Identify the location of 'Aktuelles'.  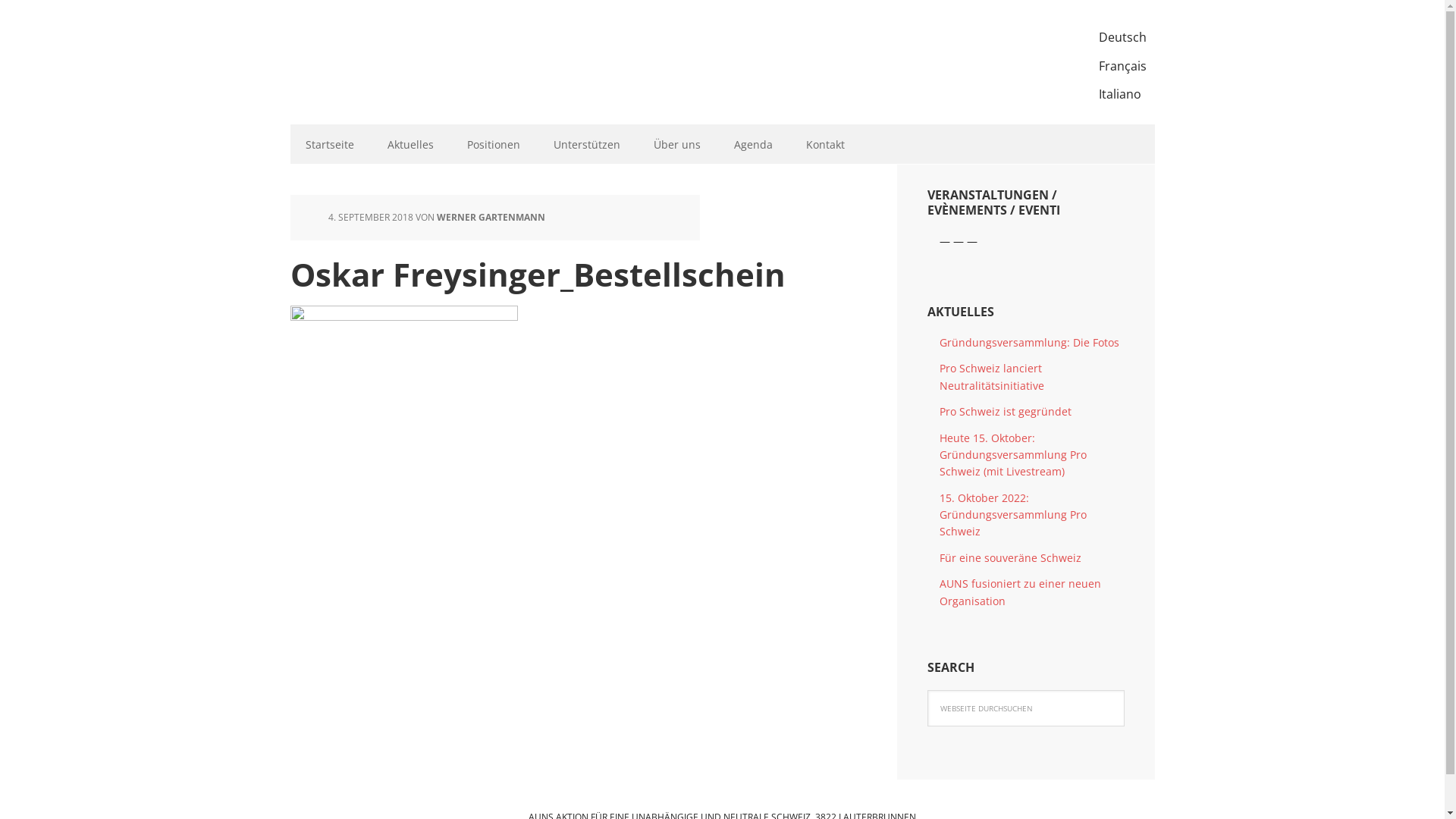
(409, 144).